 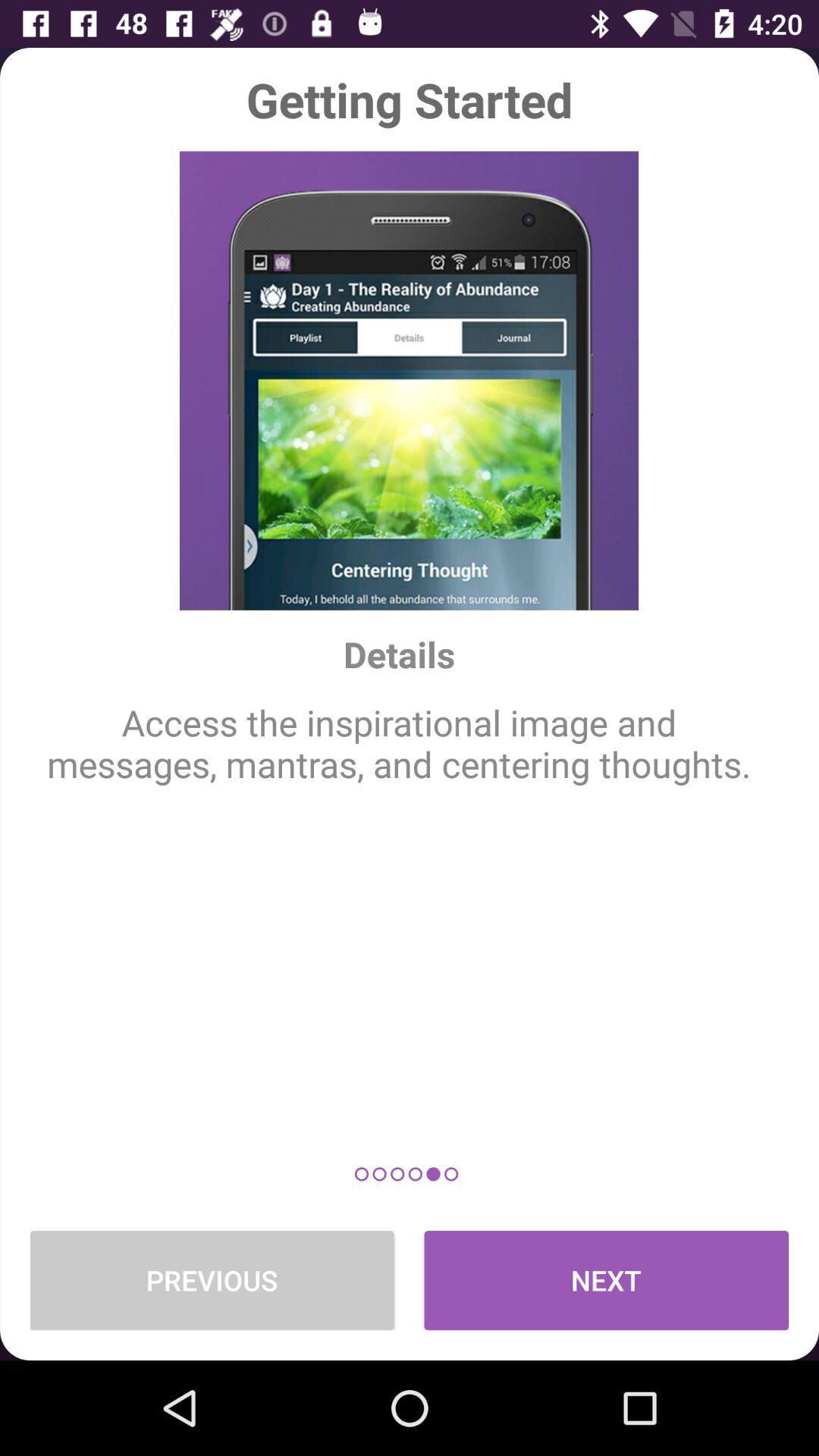 What do you see at coordinates (605, 1279) in the screenshot?
I see `the next` at bounding box center [605, 1279].